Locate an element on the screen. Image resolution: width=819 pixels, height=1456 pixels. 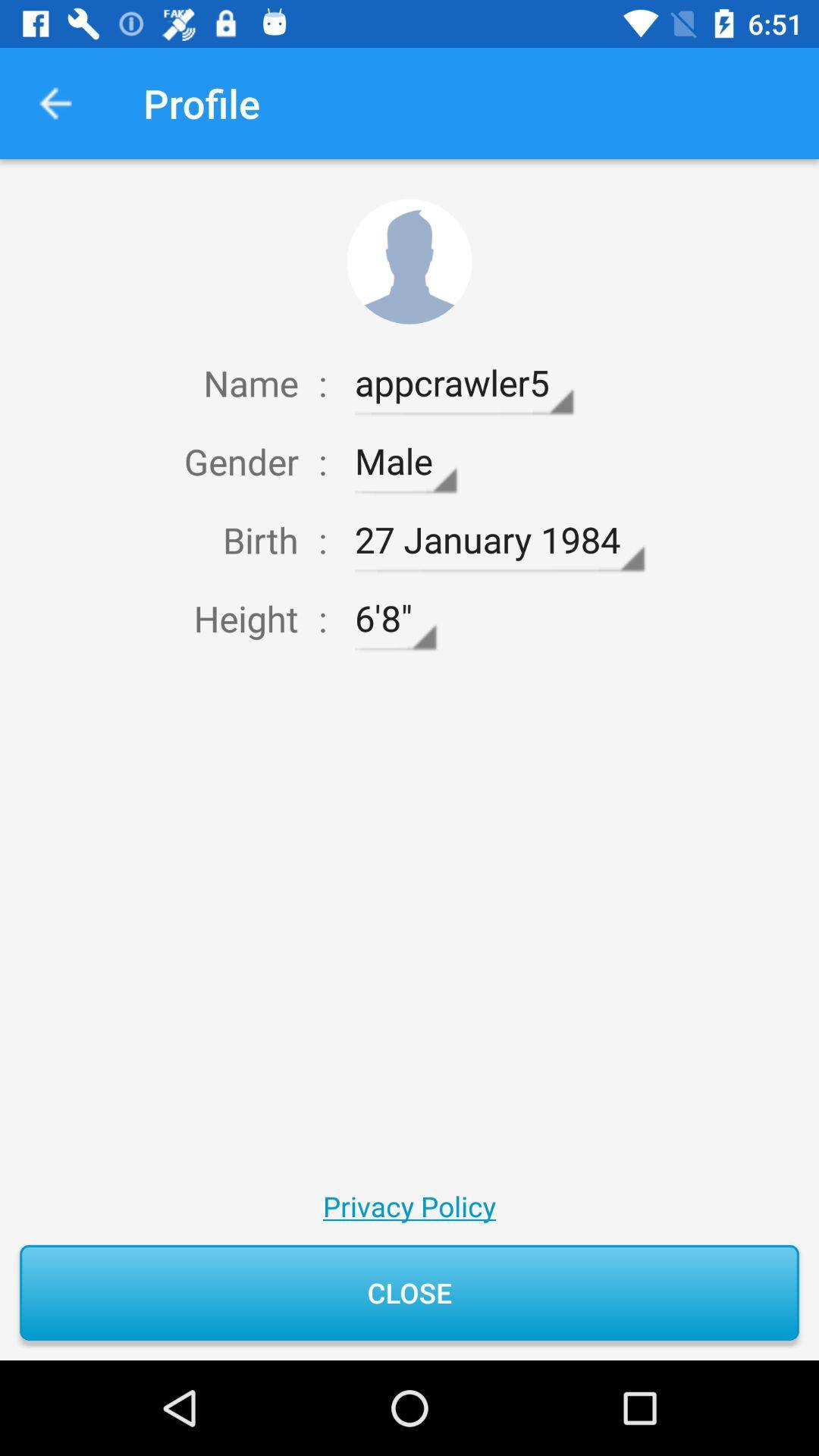
appcrawler5 icon is located at coordinates (463, 383).